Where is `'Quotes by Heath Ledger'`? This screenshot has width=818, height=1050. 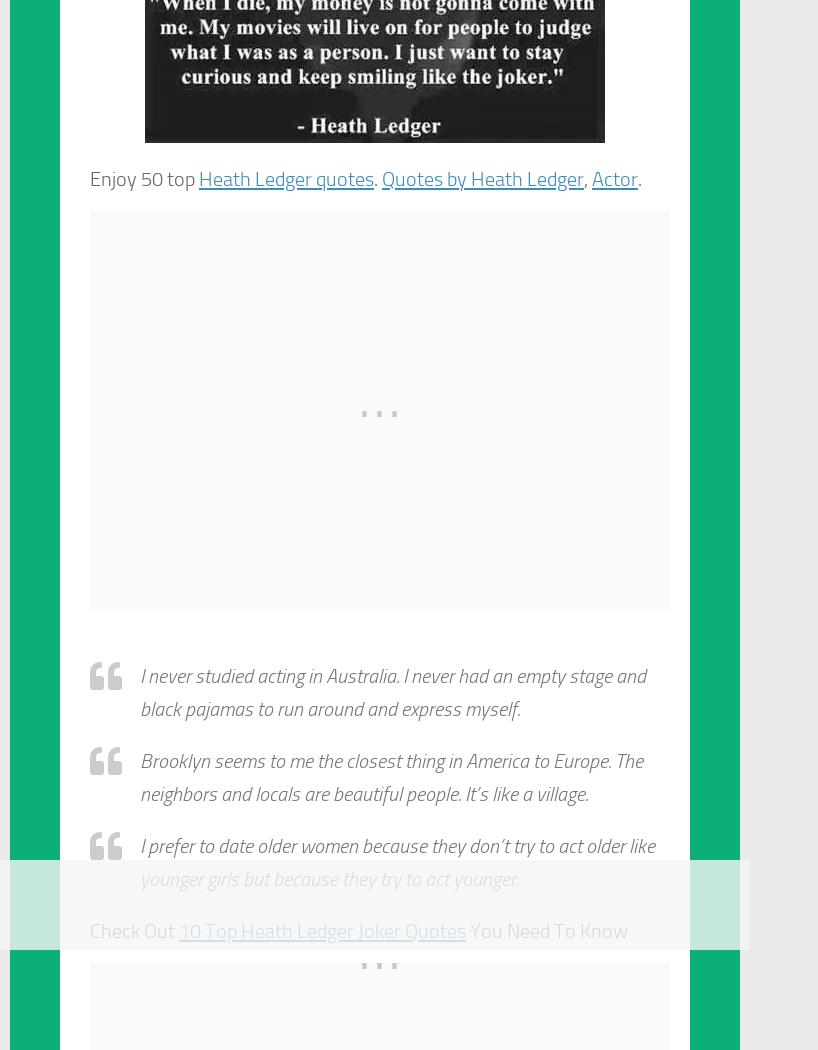 'Quotes by Heath Ledger' is located at coordinates (483, 179).